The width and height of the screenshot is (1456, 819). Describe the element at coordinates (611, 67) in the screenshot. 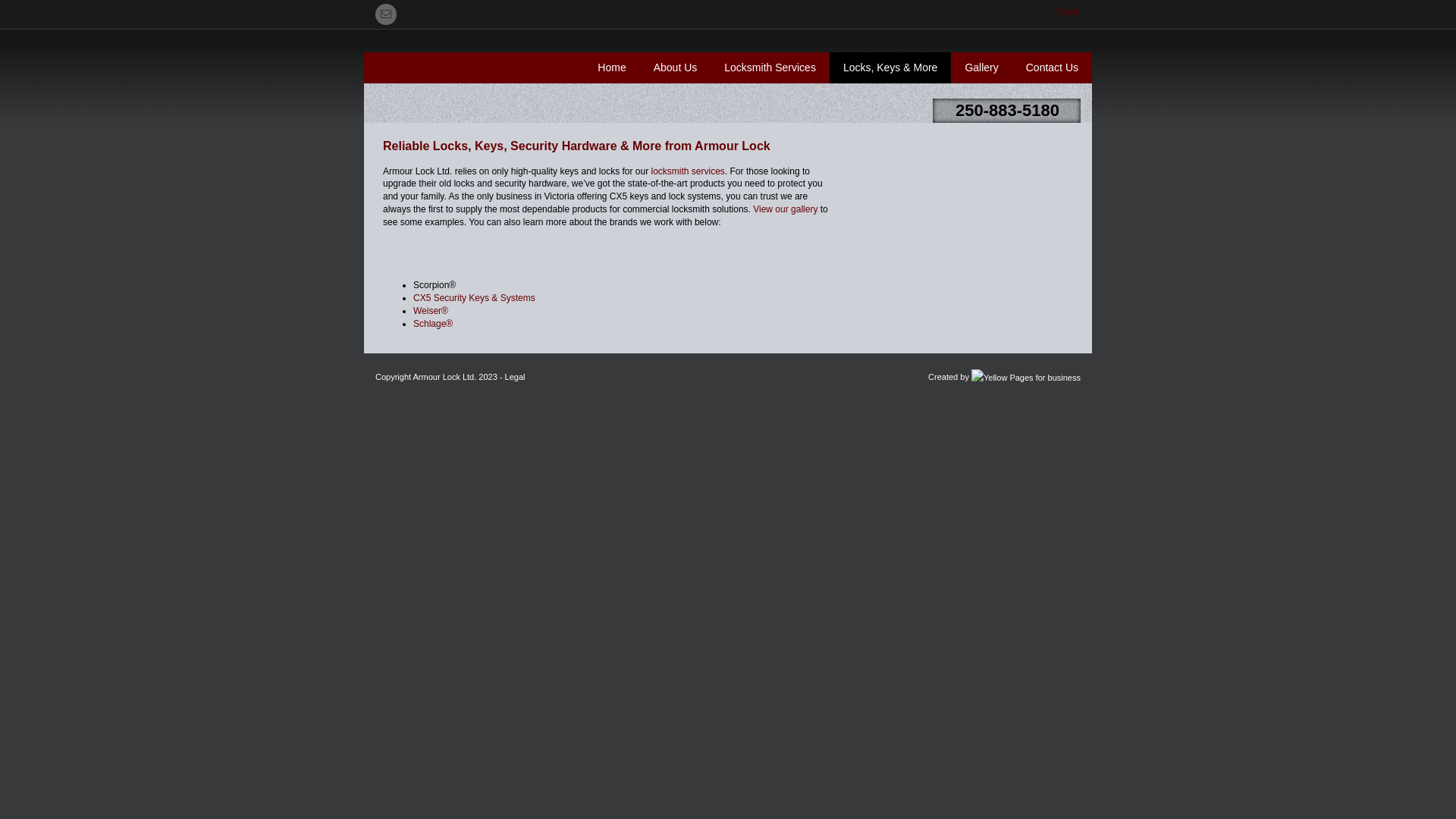

I see `'Home'` at that location.